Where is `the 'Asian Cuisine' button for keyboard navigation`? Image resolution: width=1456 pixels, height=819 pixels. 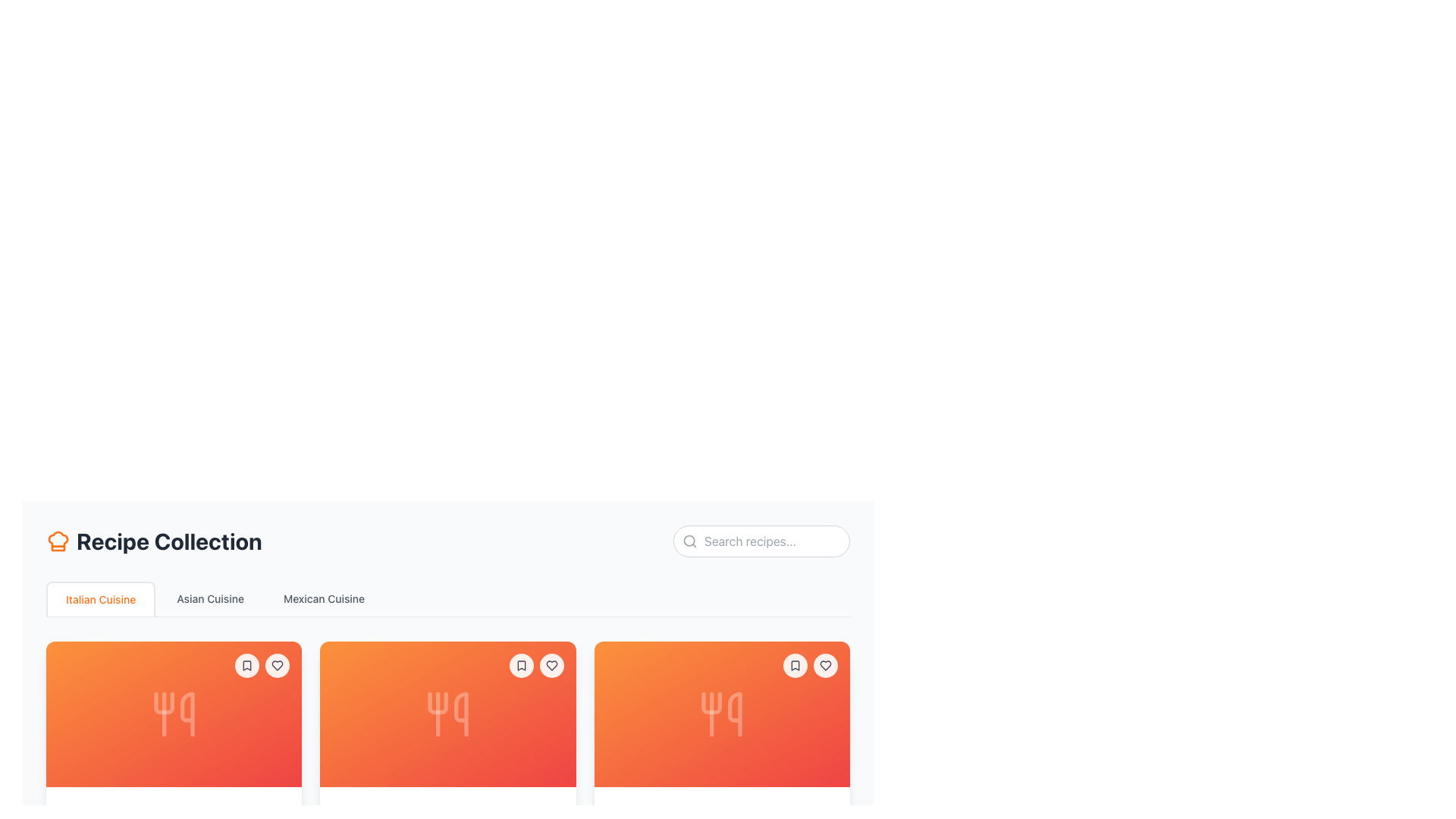
the 'Asian Cuisine' button for keyboard navigation is located at coordinates (209, 598).